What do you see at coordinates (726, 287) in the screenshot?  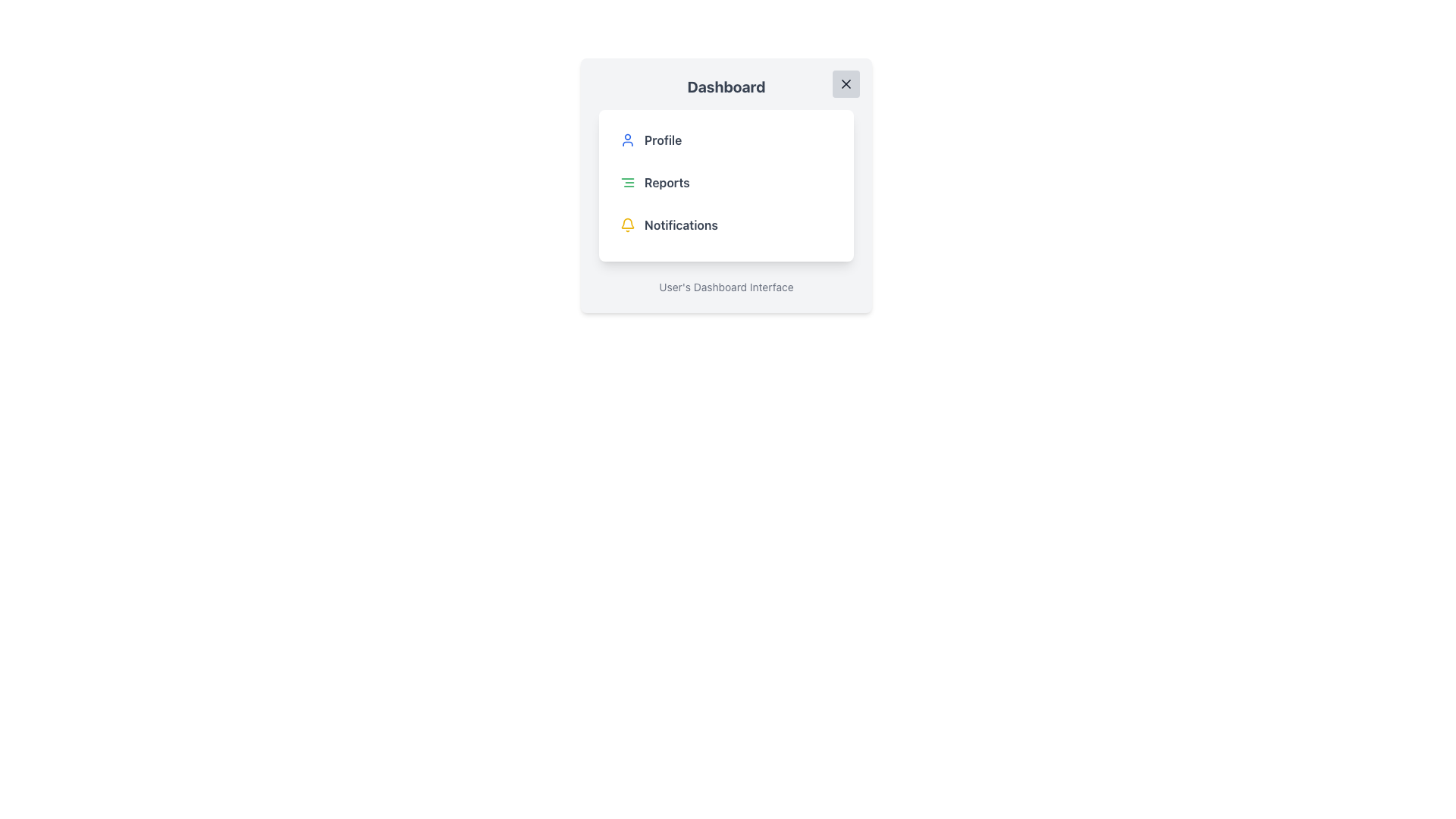 I see `the text label that reads 'User's Dashboard Interface', which is located at the bottom-center of the dashboard pop-up panel` at bounding box center [726, 287].